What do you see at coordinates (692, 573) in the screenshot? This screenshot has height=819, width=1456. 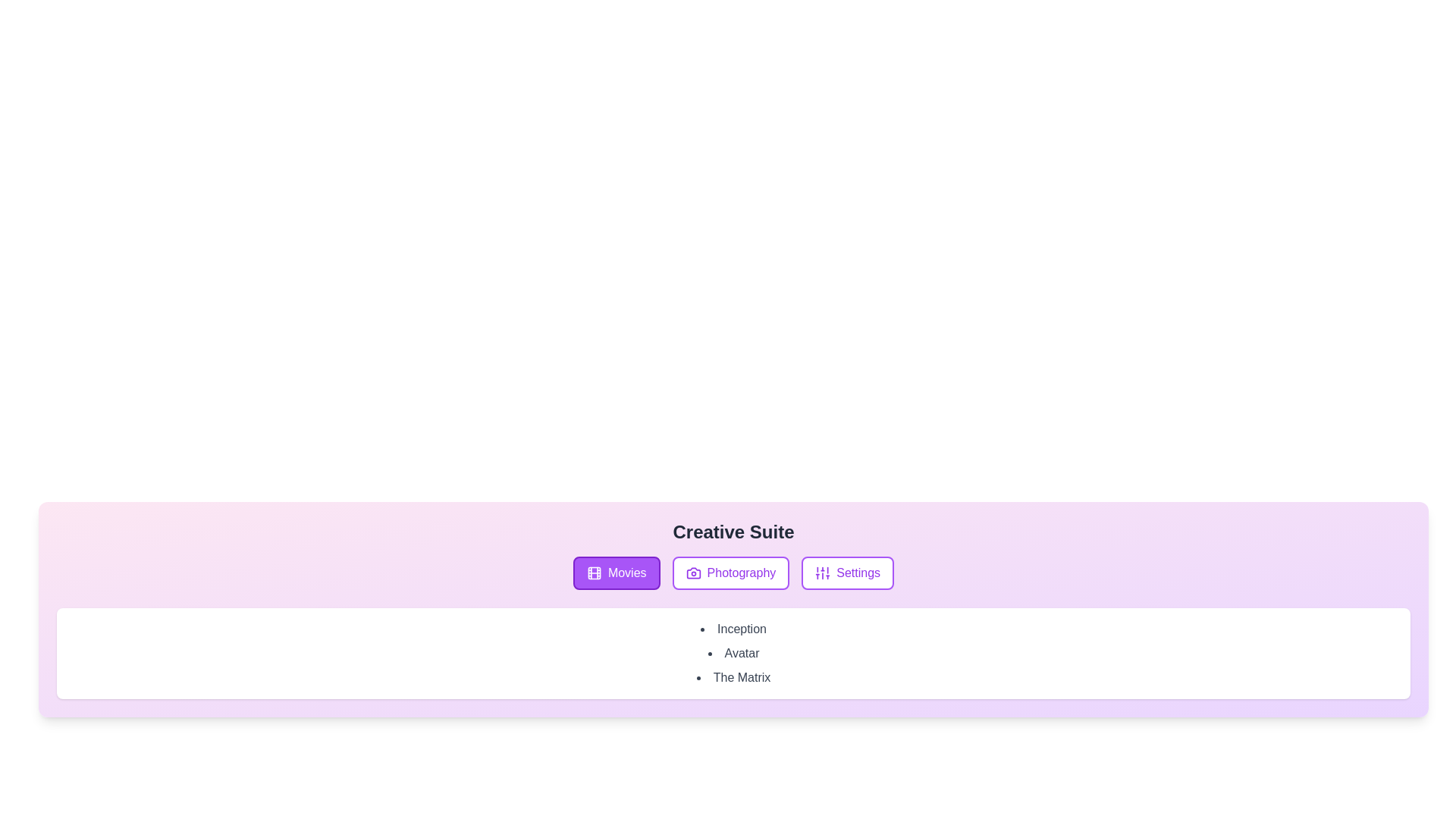 I see `the camera icon located to the left of the 'Photography' label within the button on the middle of the page` at bounding box center [692, 573].